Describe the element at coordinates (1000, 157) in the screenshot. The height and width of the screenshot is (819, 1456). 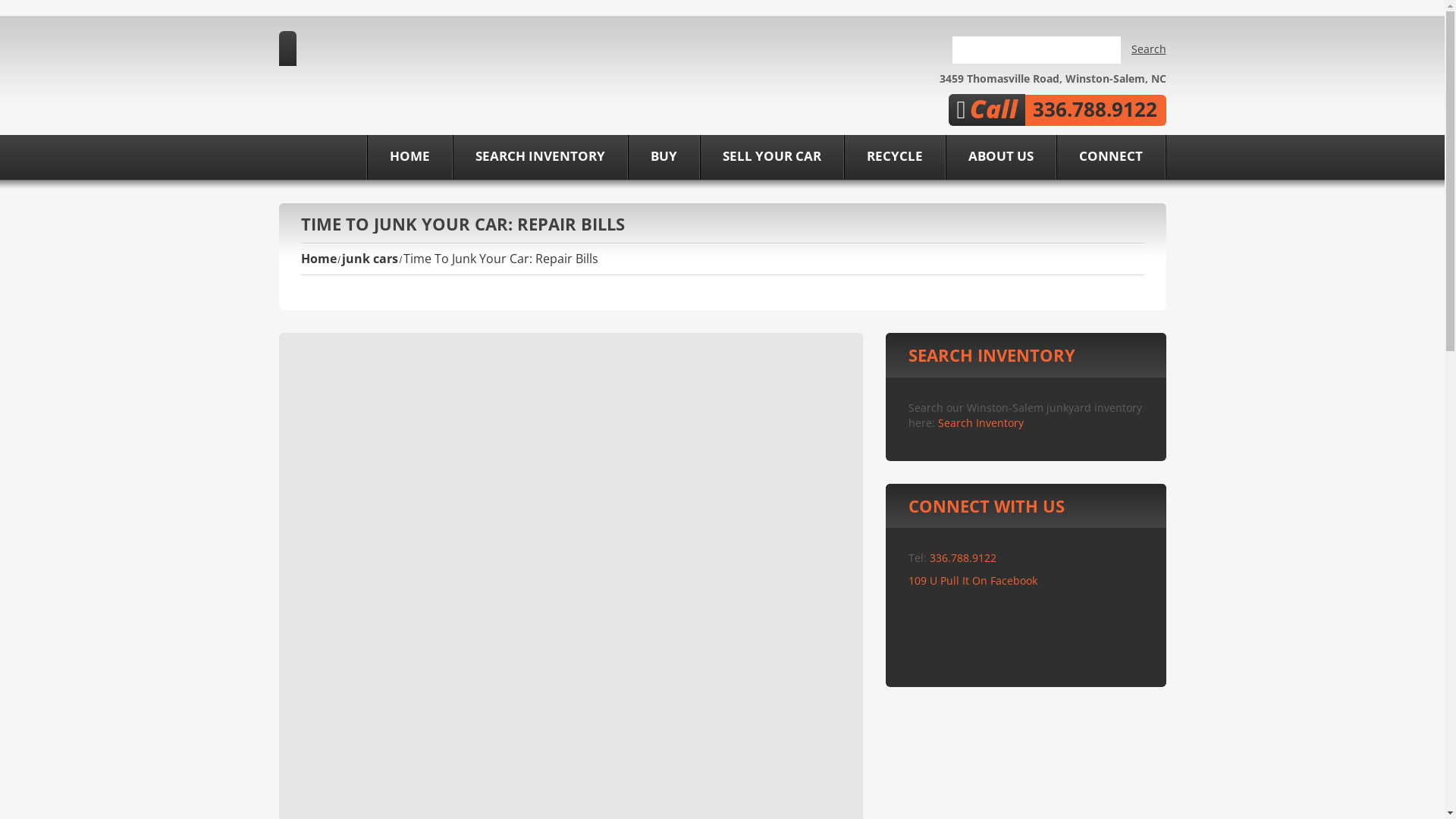
I see `'ABOUT US'` at that location.